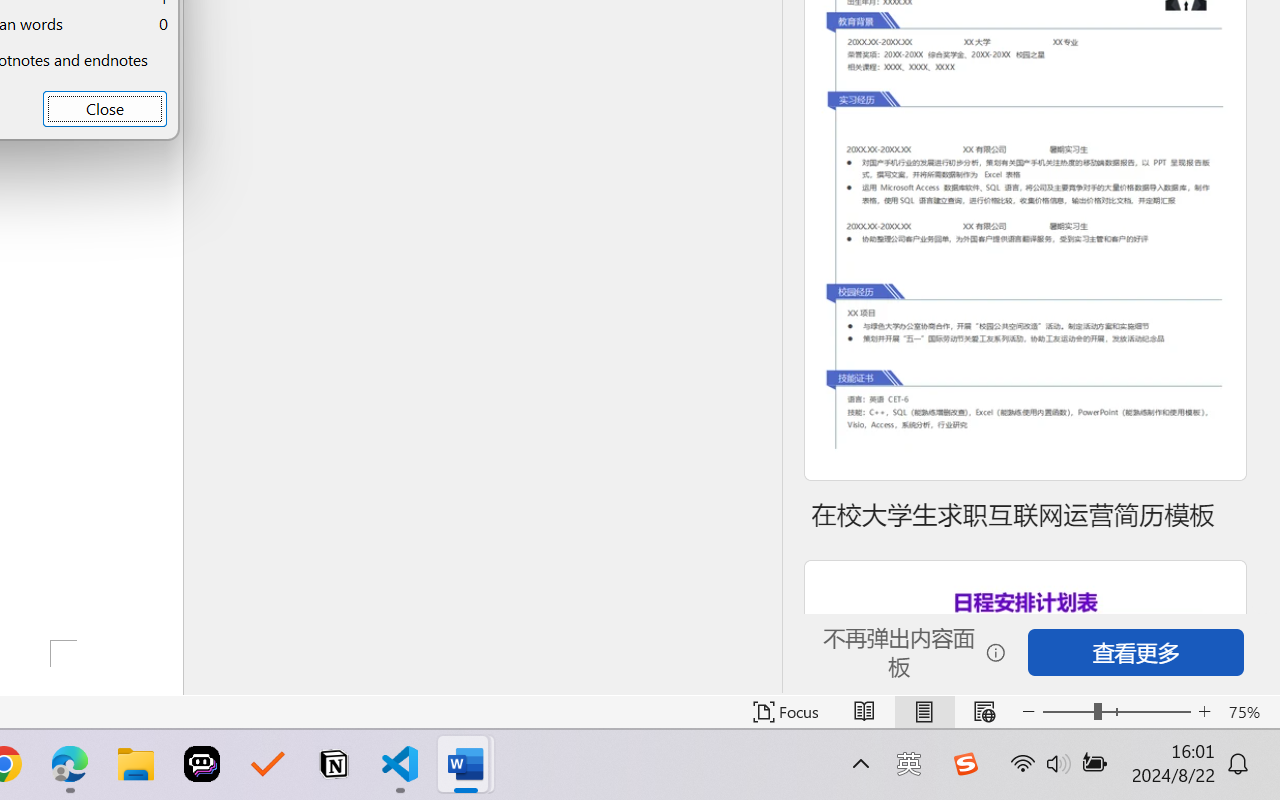 This screenshot has width=1280, height=800. Describe the element at coordinates (334, 764) in the screenshot. I see `'Notion'` at that location.